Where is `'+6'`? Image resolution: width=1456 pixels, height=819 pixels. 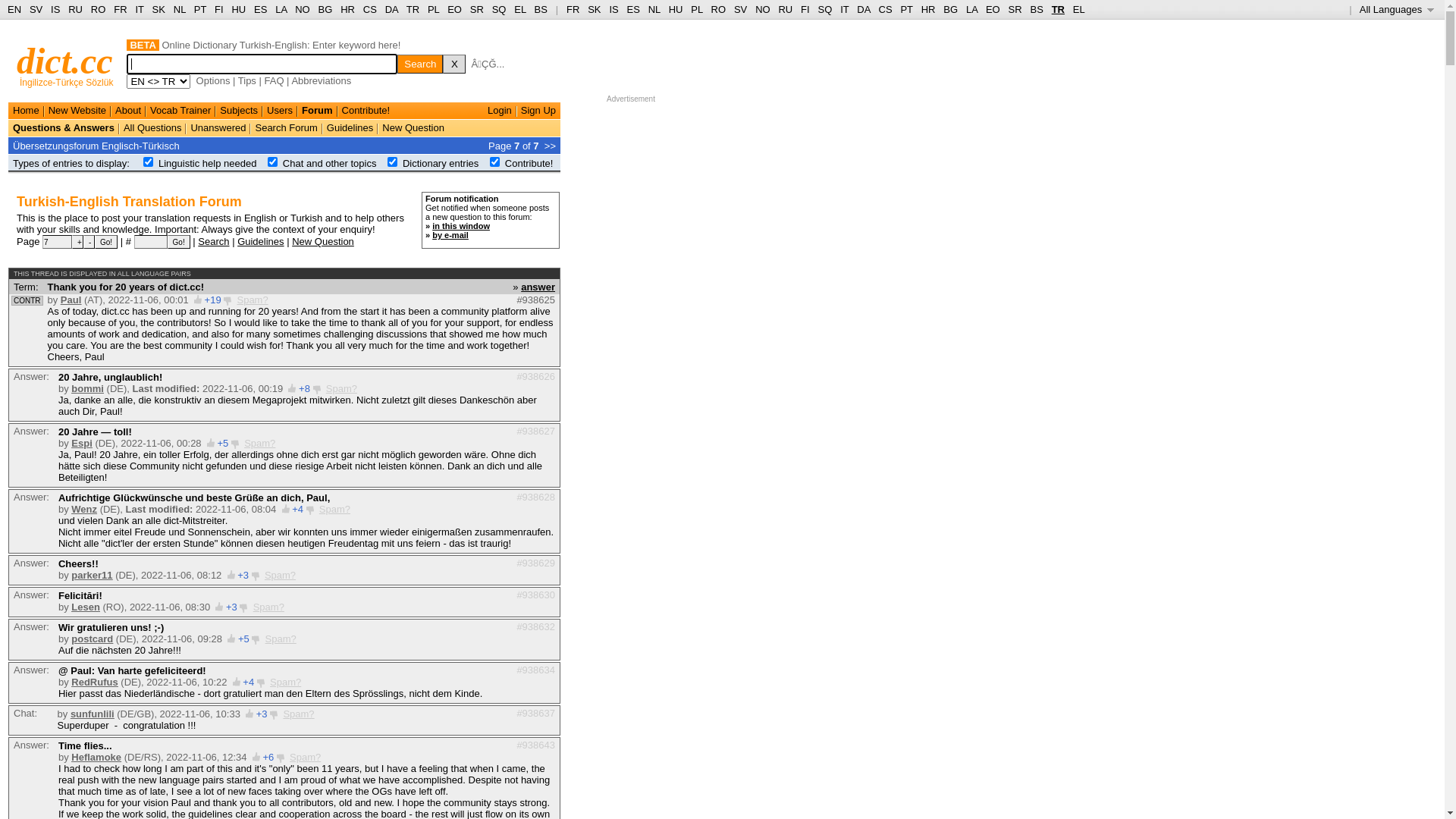 '+6' is located at coordinates (268, 757).